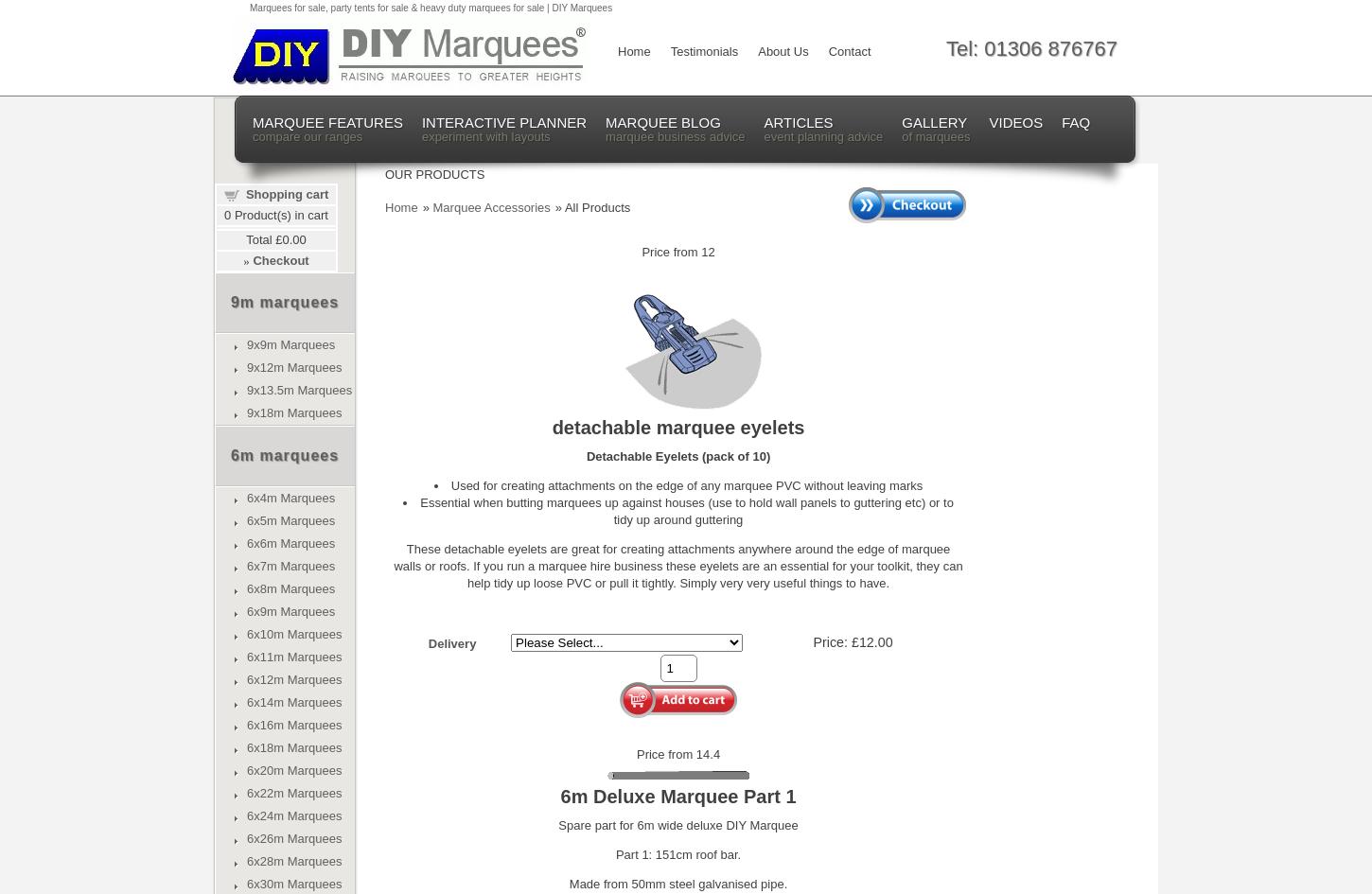 Image resolution: width=1372 pixels, height=894 pixels. What do you see at coordinates (686, 511) in the screenshot?
I see `'Essential when butting marquees up against houses (use to hold wall panels to guttering etc) or to tidy up around guttering'` at bounding box center [686, 511].